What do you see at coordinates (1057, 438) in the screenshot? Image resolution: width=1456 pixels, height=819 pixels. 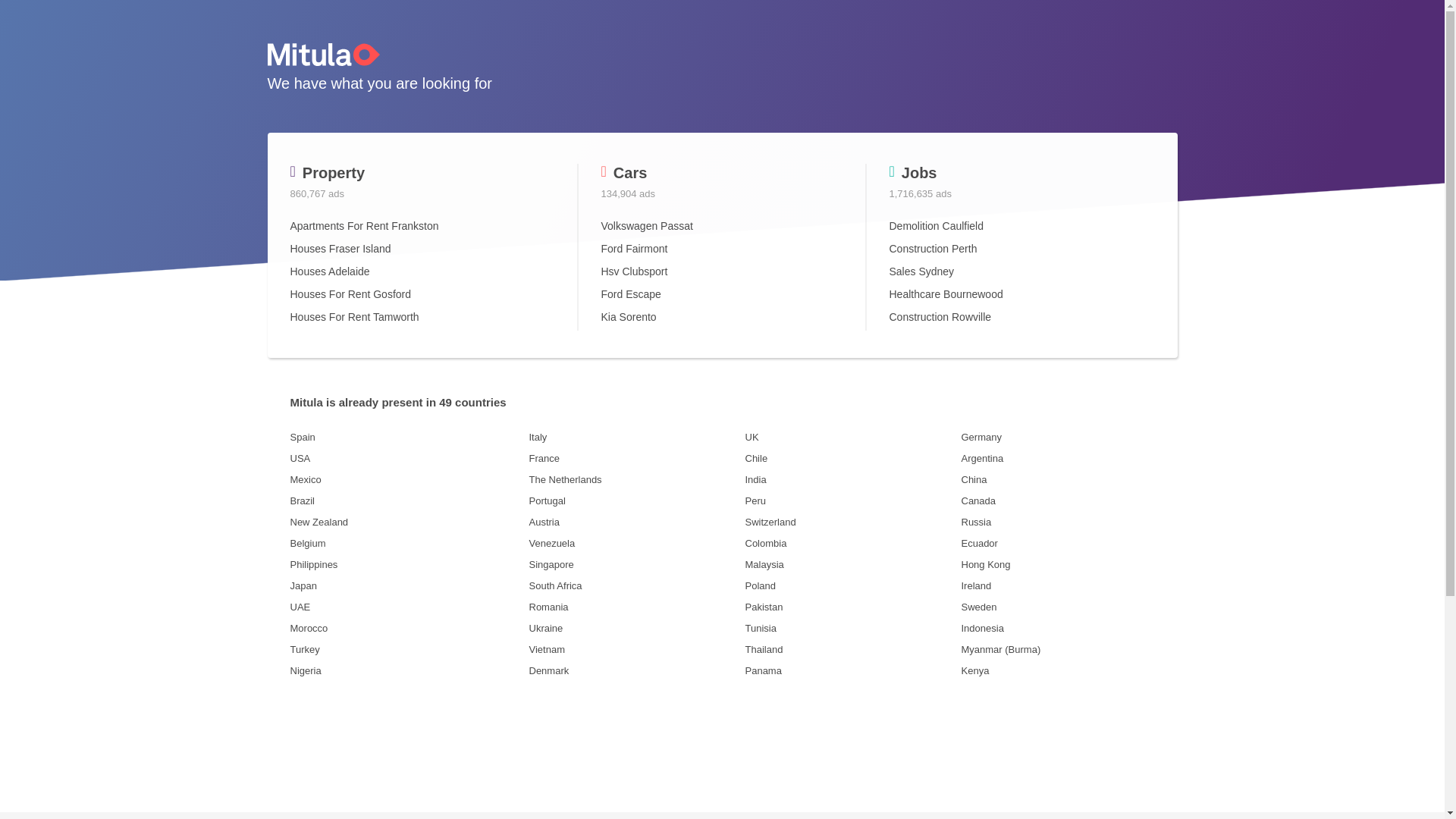 I see `'Germany'` at bounding box center [1057, 438].